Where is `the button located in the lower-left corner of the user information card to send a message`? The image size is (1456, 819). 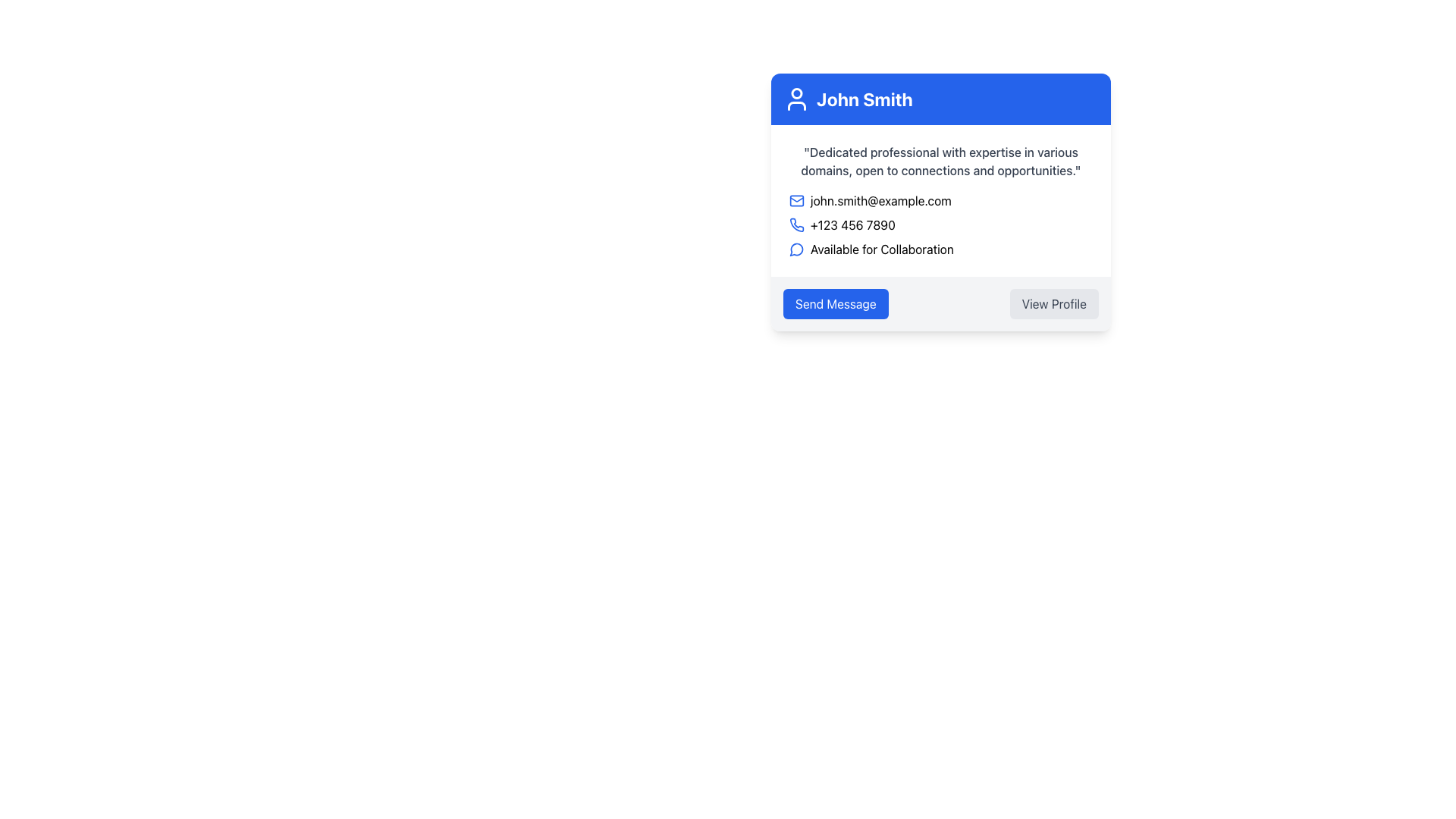
the button located in the lower-left corner of the user information card to send a message is located at coordinates (835, 304).